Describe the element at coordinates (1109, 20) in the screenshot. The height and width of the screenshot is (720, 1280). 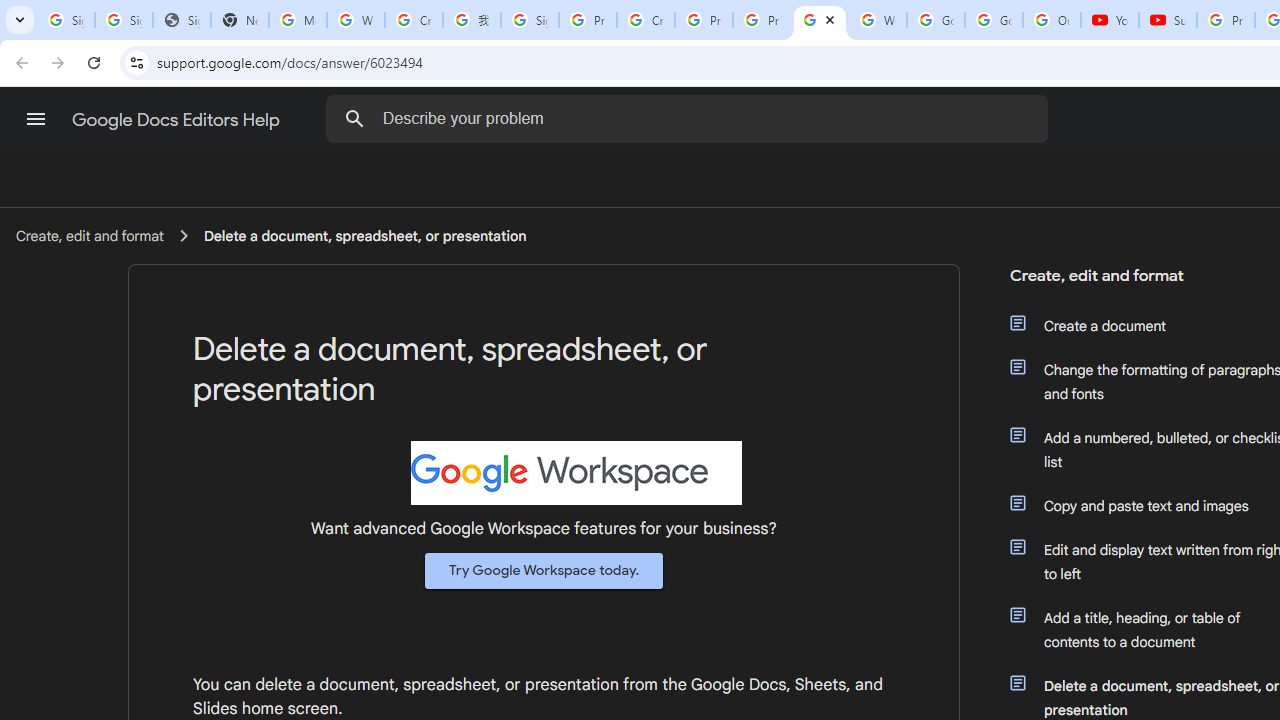
I see `'YouTube'` at that location.